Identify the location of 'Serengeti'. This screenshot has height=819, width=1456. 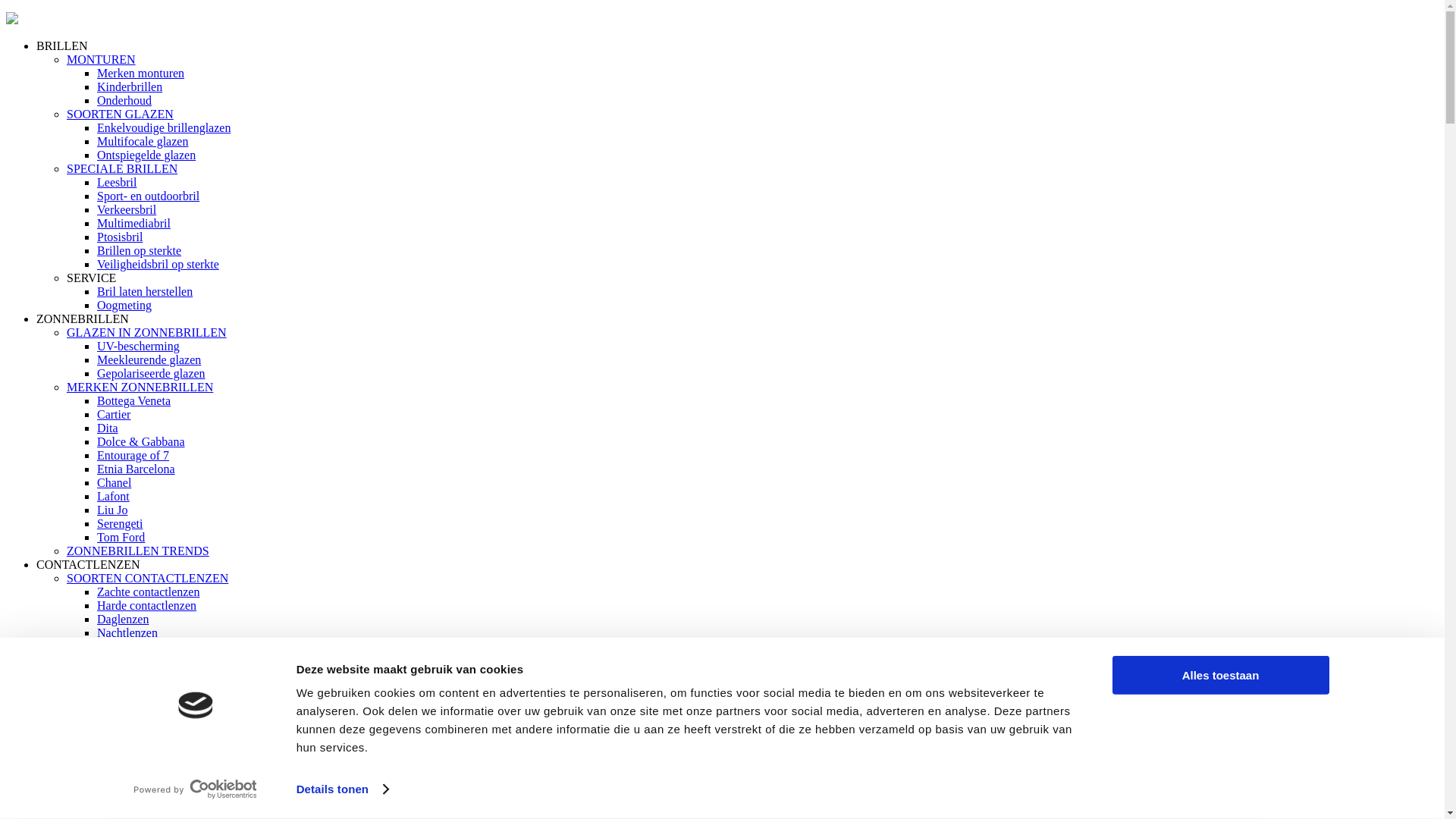
(96, 522).